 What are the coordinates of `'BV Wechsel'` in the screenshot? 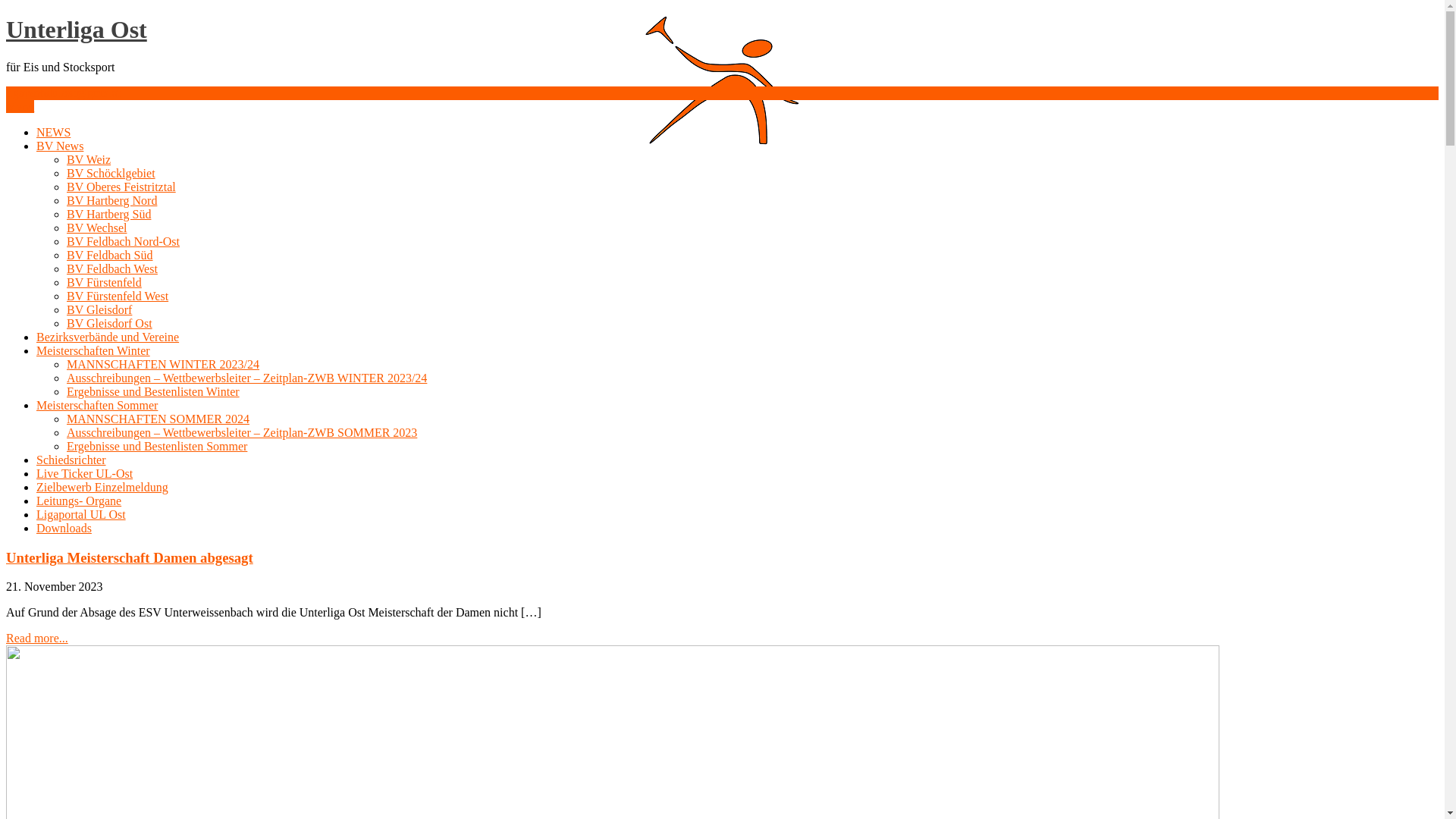 It's located at (96, 227).